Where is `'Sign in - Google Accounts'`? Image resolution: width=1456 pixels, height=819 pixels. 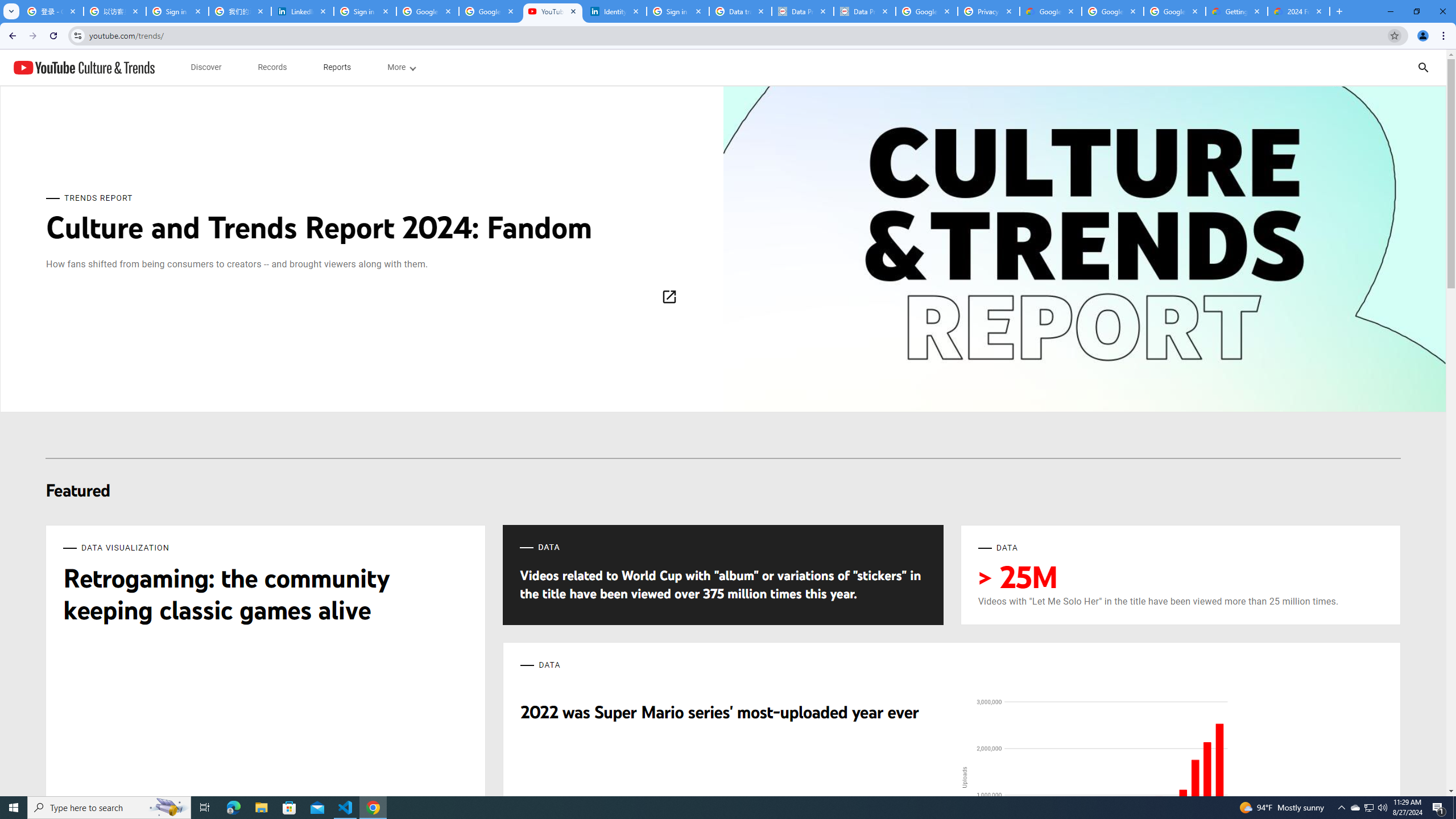 'Sign in - Google Accounts' is located at coordinates (677, 11).